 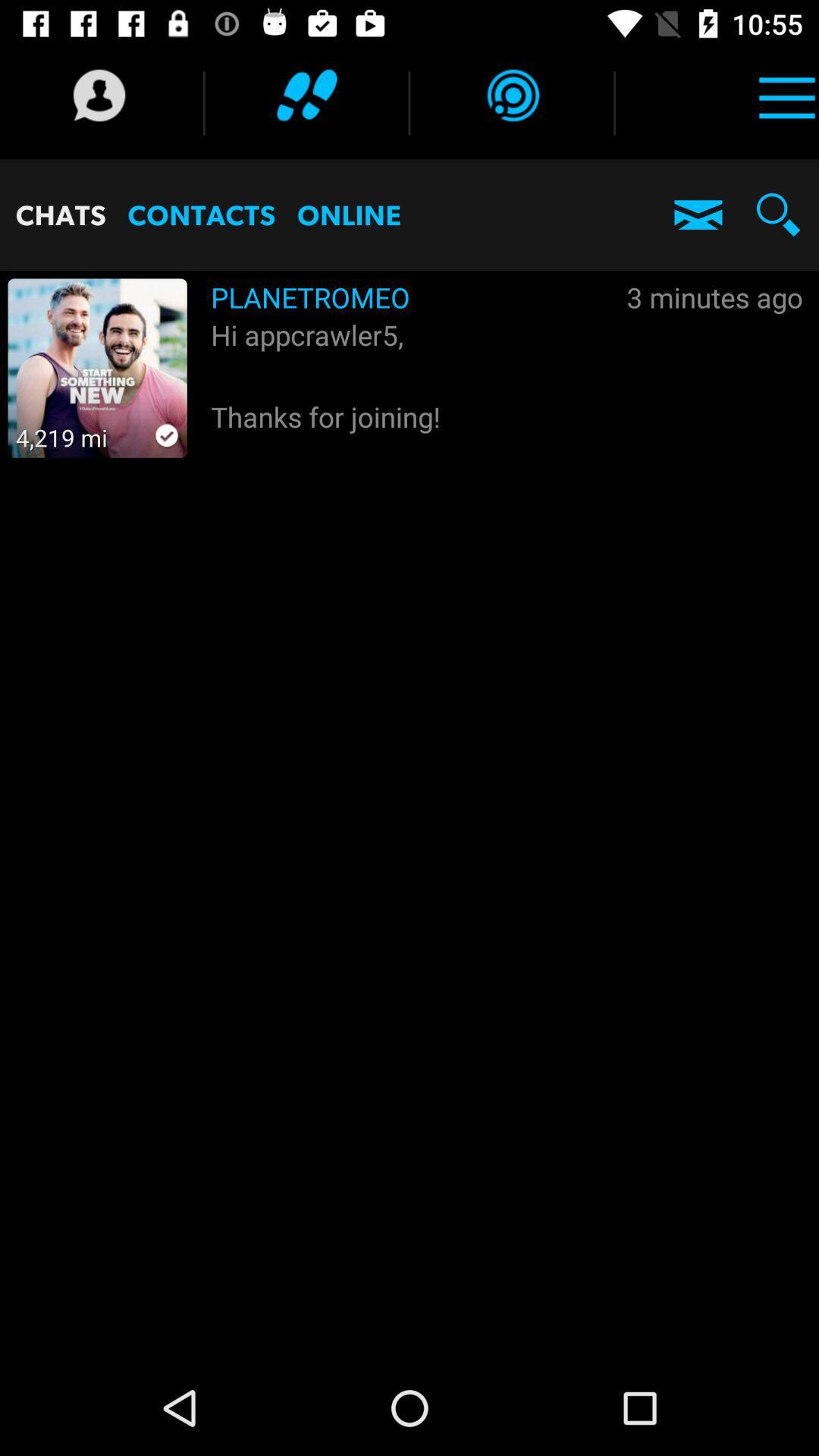 What do you see at coordinates (512, 94) in the screenshot?
I see `item above the planetromeo icon` at bounding box center [512, 94].